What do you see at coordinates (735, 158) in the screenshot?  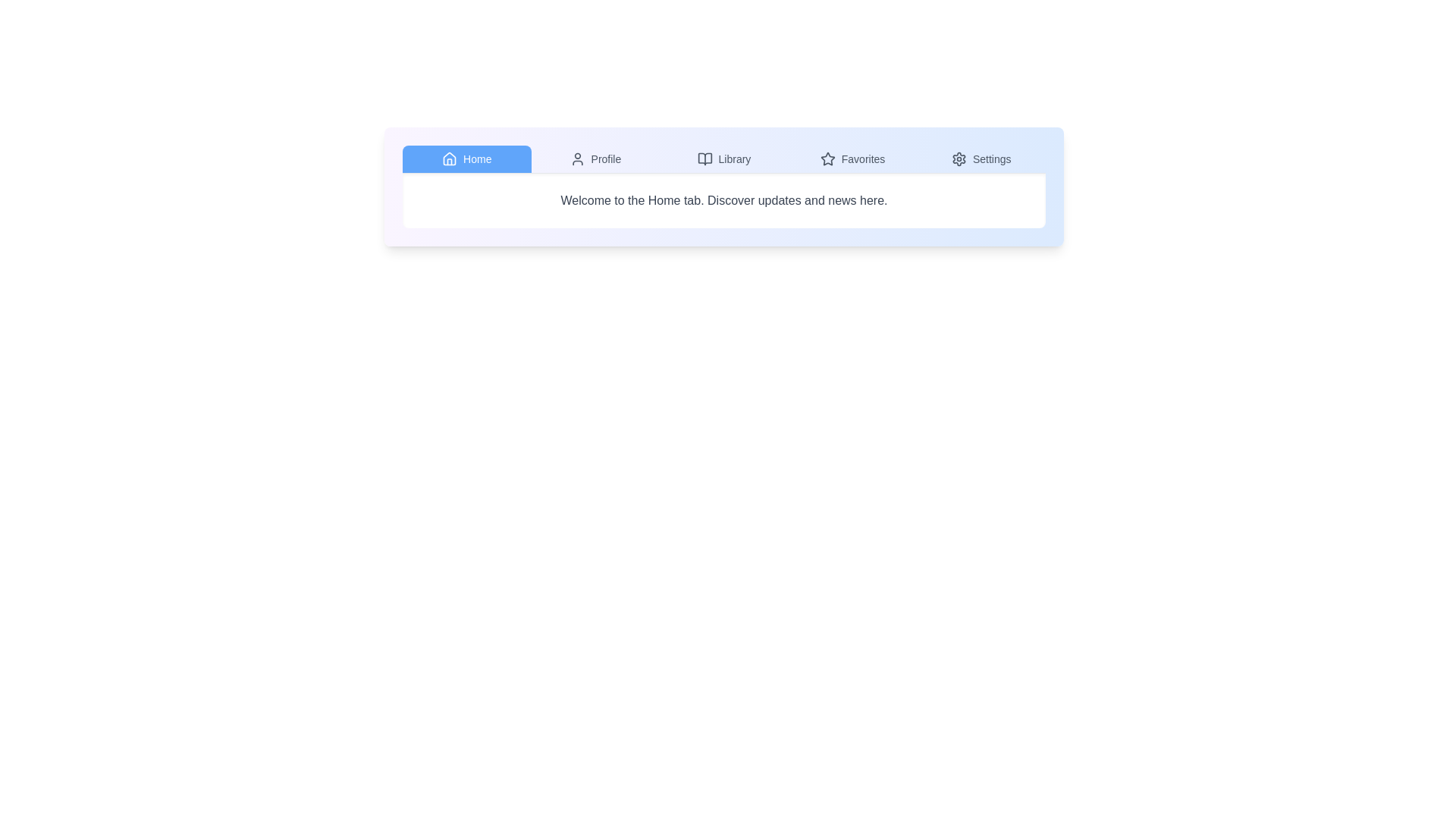 I see `the 'Library' text label in the top navigation bar to use its associated functionality` at bounding box center [735, 158].